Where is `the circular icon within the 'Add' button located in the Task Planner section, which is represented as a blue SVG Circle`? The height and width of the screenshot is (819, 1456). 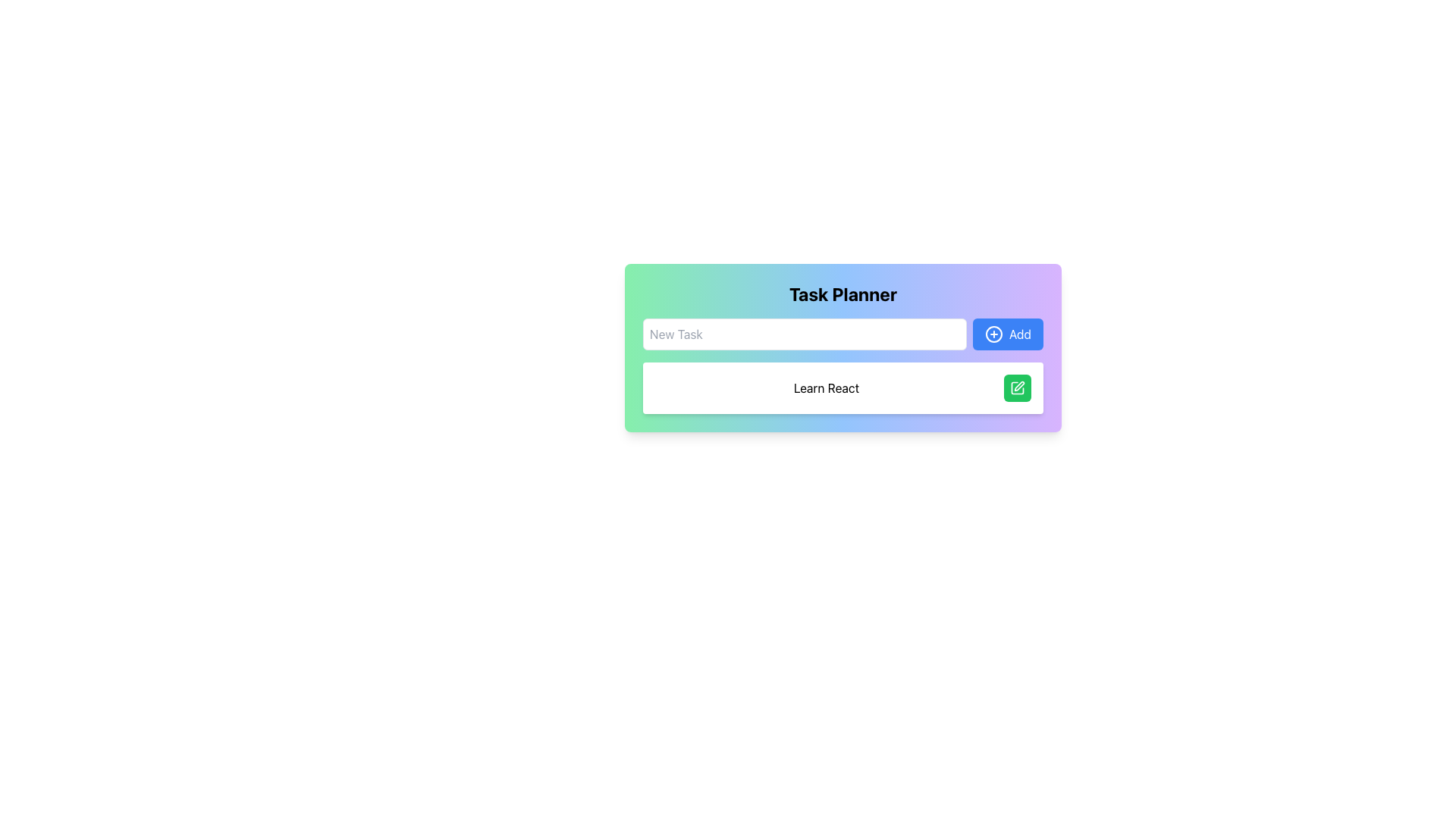 the circular icon within the 'Add' button located in the Task Planner section, which is represented as a blue SVG Circle is located at coordinates (993, 333).